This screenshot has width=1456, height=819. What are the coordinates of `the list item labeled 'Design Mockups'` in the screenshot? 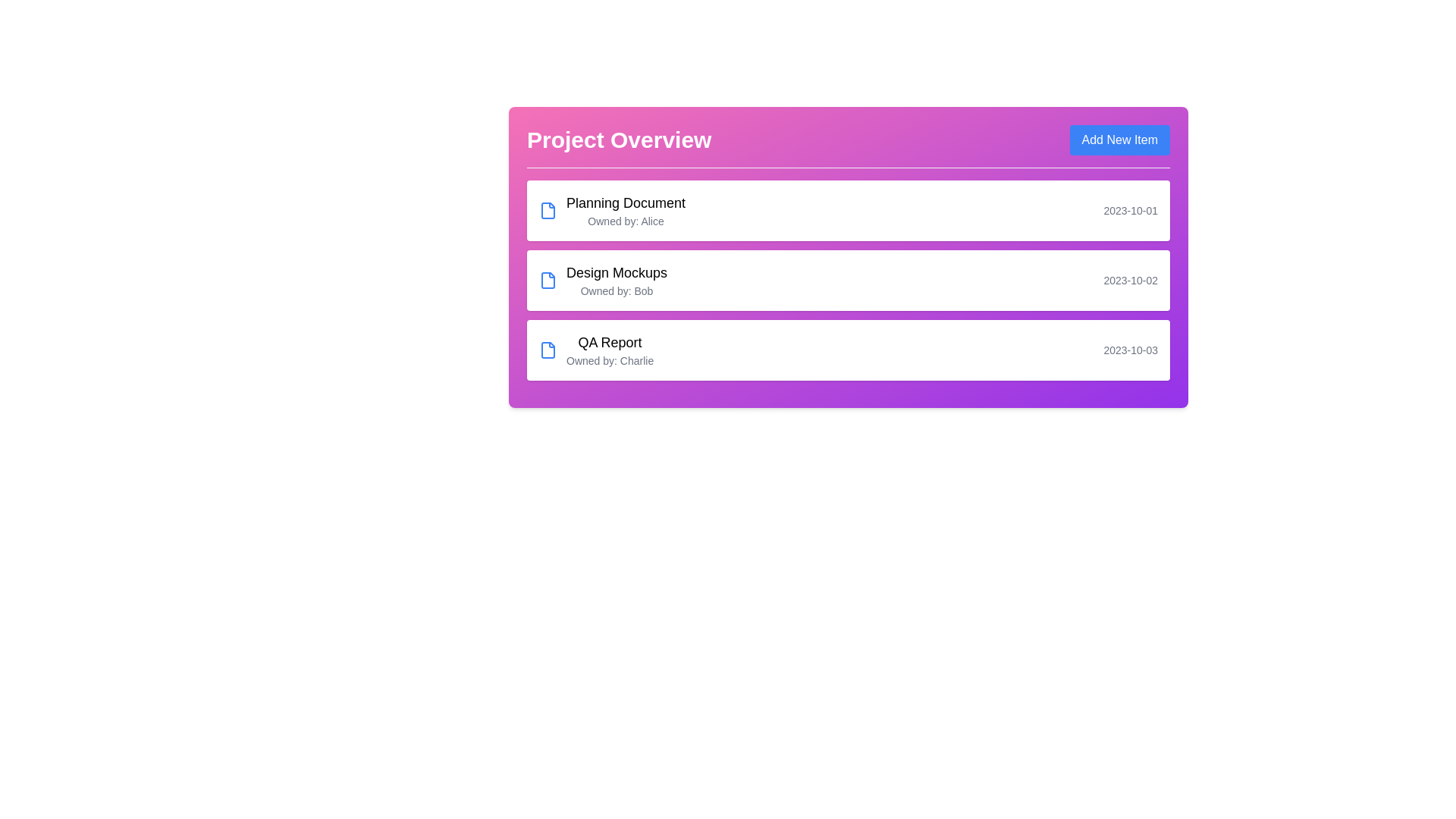 It's located at (847, 256).